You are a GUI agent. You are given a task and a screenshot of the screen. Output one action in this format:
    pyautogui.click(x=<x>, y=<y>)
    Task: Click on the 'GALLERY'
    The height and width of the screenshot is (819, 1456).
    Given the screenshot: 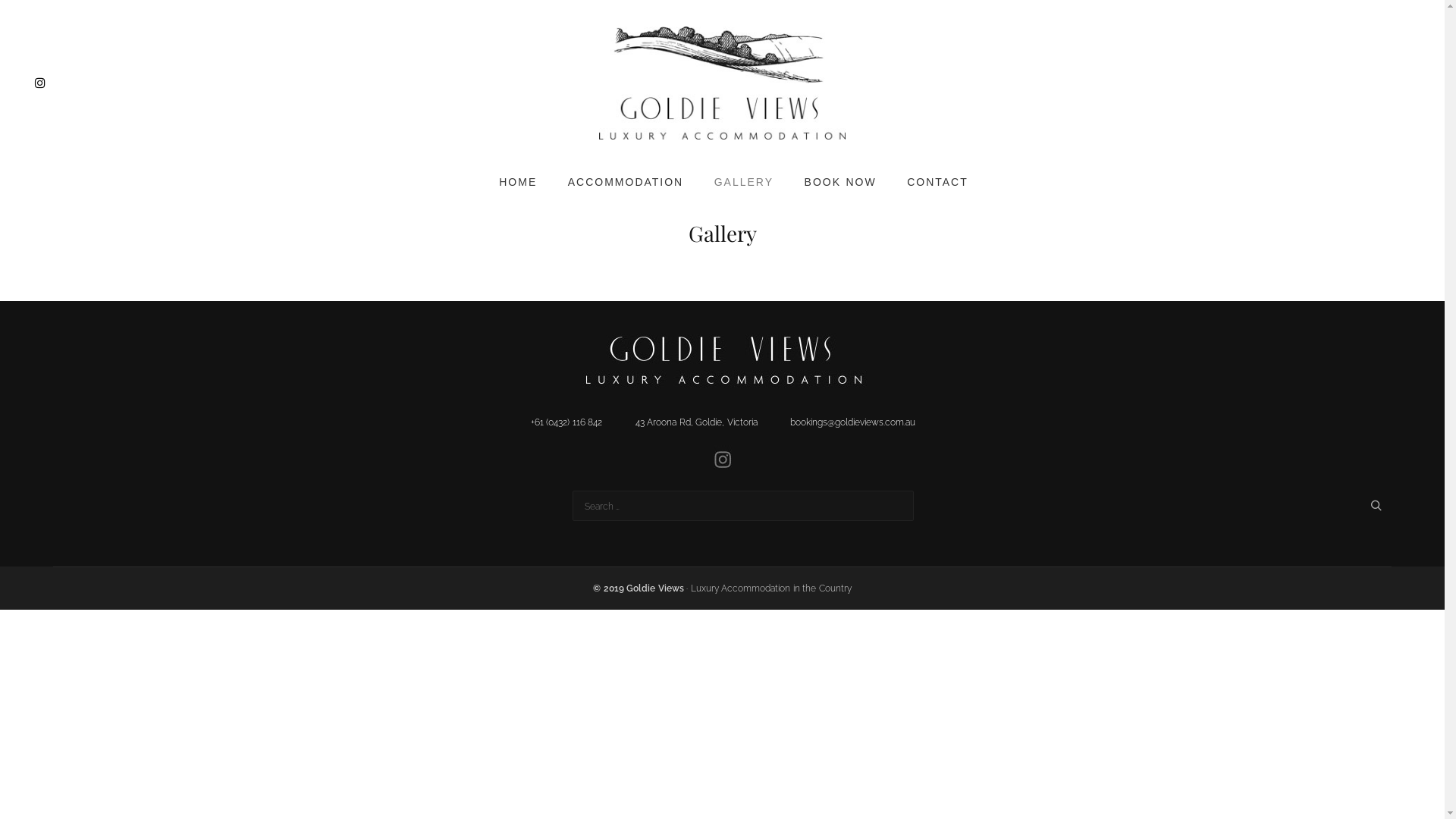 What is the action you would take?
    pyautogui.click(x=743, y=180)
    